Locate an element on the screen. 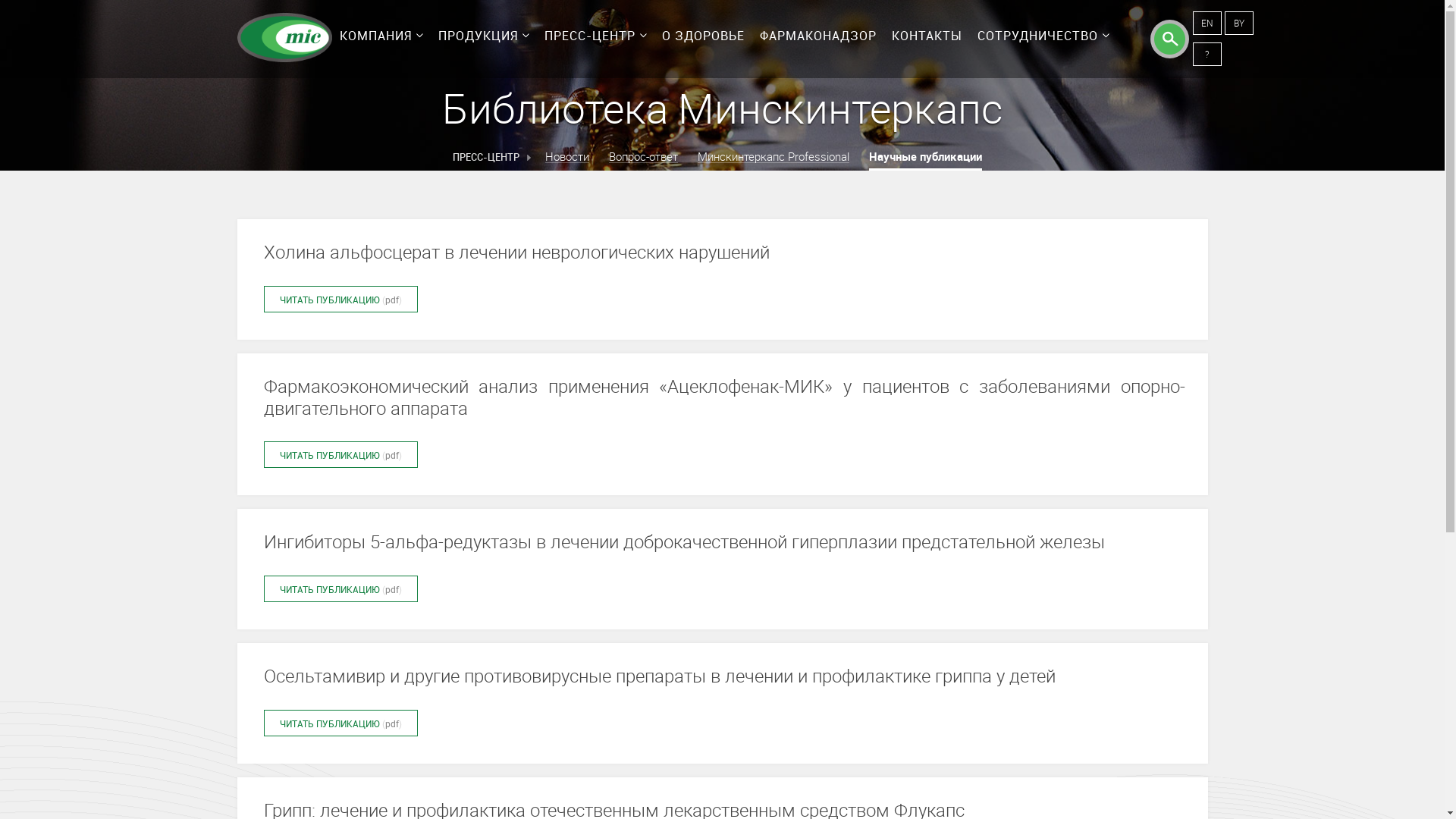 This screenshot has width=1456, height=819. 'BY' is located at coordinates (1238, 23).